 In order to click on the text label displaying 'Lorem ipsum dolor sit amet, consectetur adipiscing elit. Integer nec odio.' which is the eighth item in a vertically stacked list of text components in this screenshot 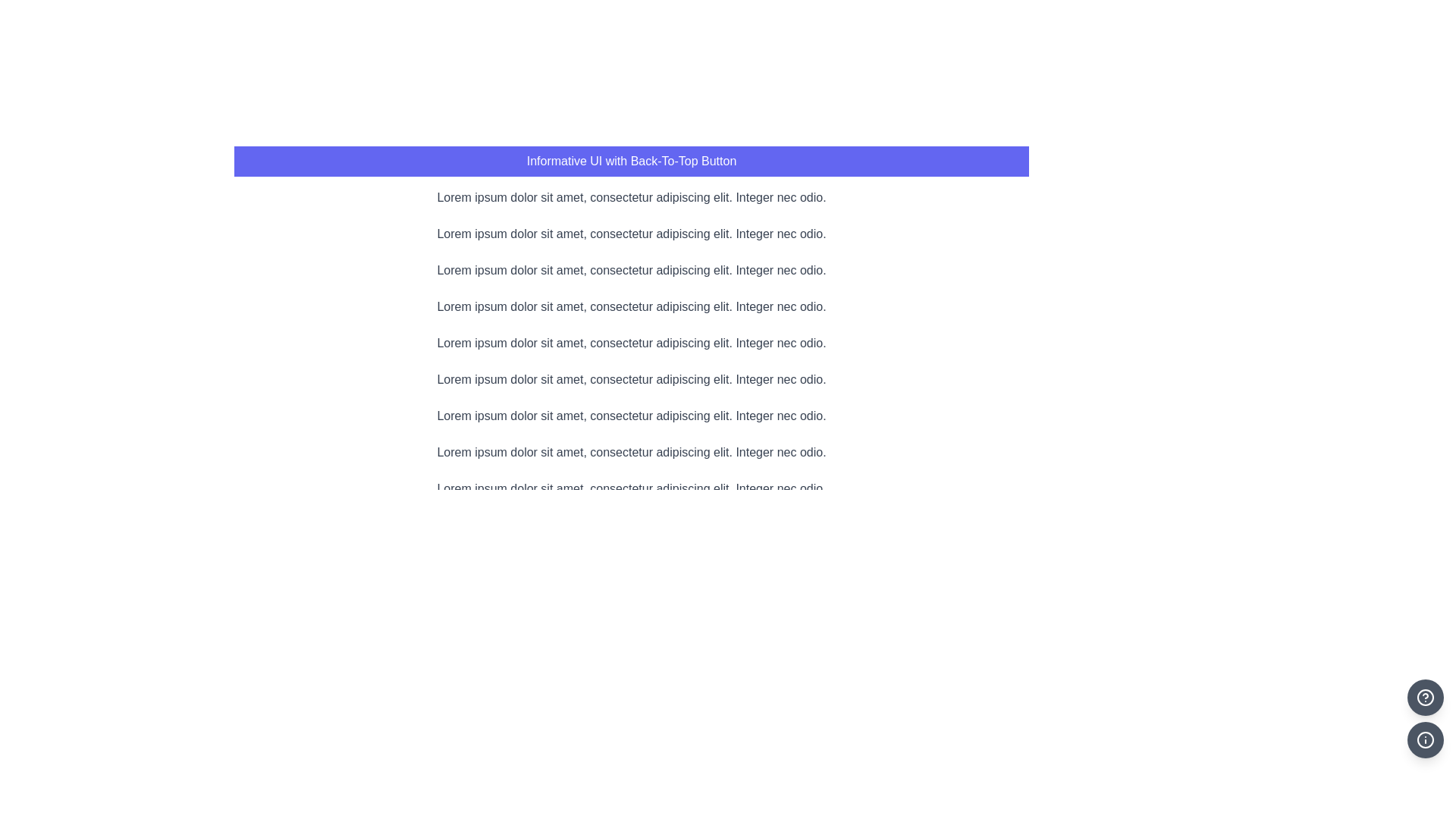, I will do `click(632, 452)`.